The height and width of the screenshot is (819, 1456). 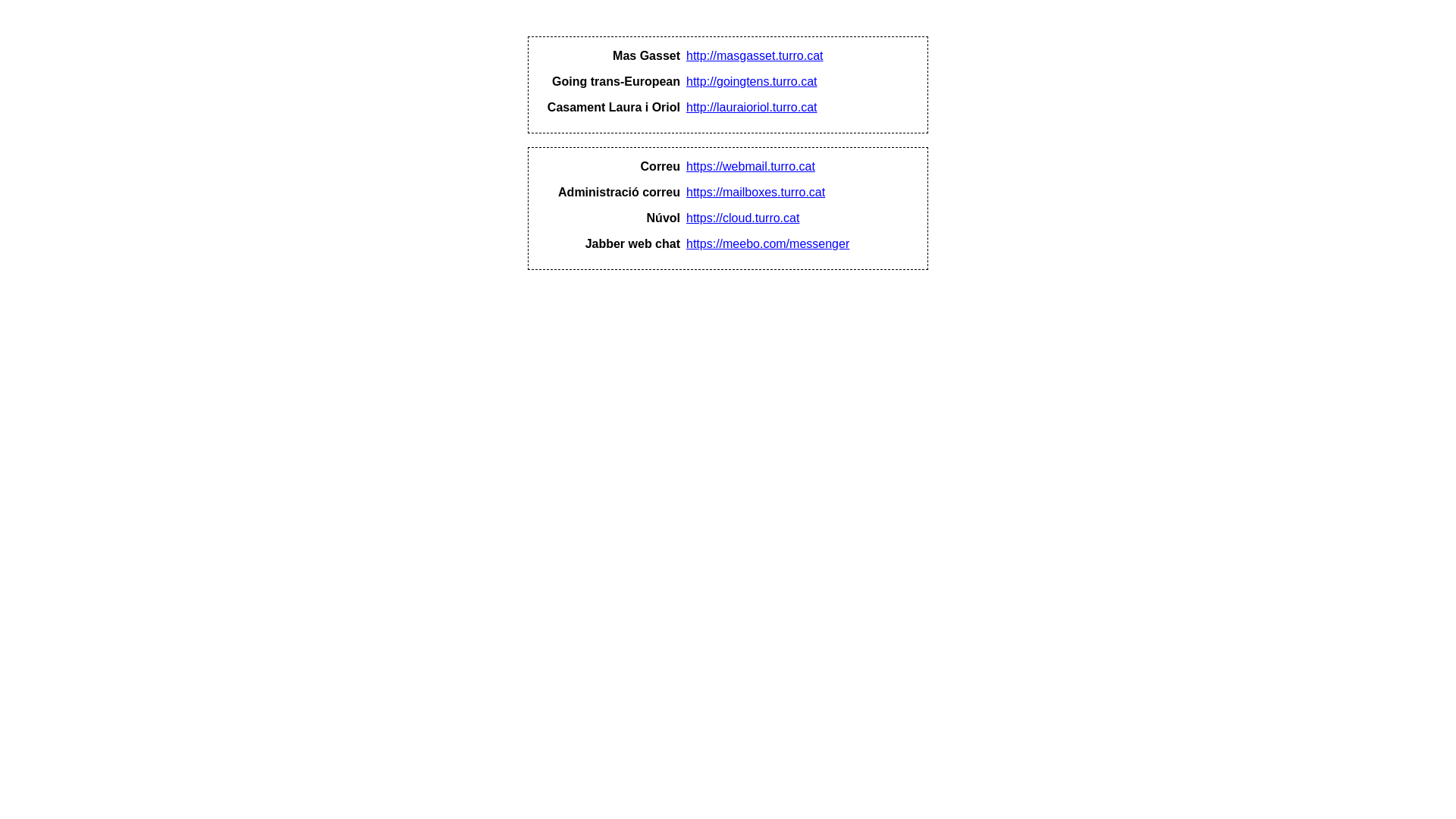 What do you see at coordinates (752, 106) in the screenshot?
I see `'http://lauraioriol.turro.cat'` at bounding box center [752, 106].